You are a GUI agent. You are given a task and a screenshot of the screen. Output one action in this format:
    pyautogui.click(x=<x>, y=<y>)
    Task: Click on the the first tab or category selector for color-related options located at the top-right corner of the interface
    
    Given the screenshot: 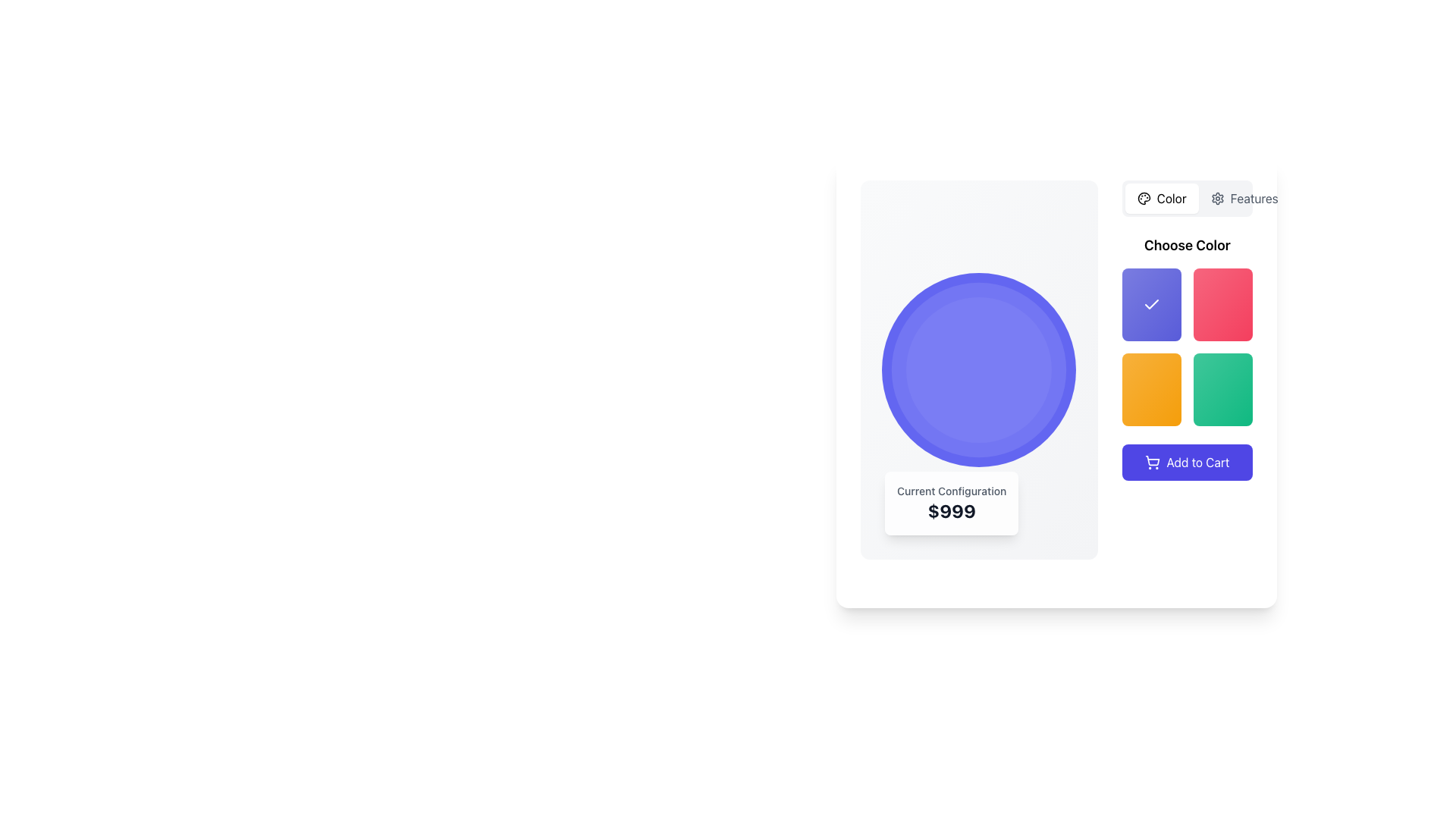 What is the action you would take?
    pyautogui.click(x=1186, y=198)
    